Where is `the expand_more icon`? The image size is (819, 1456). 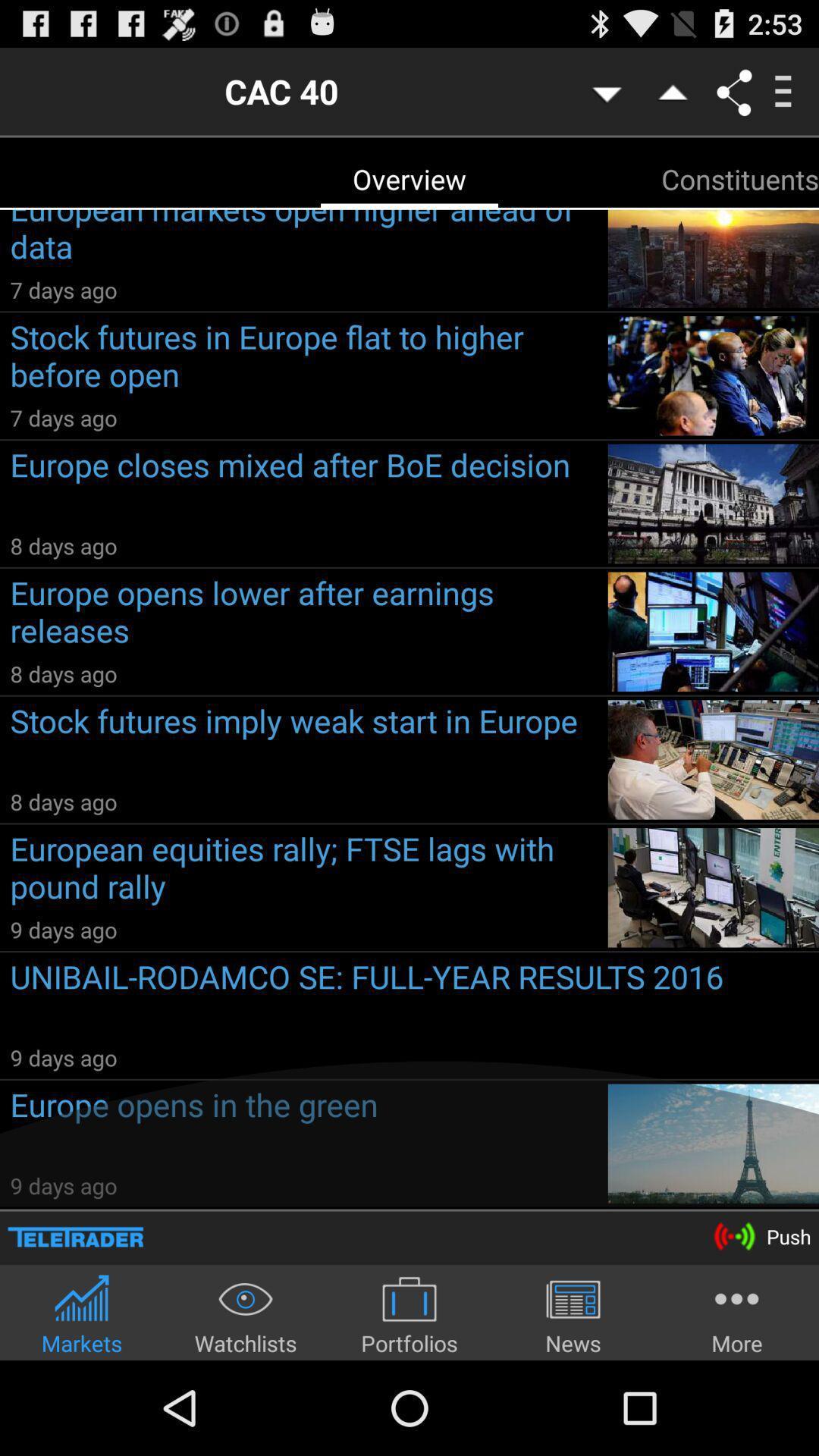 the expand_more icon is located at coordinates (604, 97).